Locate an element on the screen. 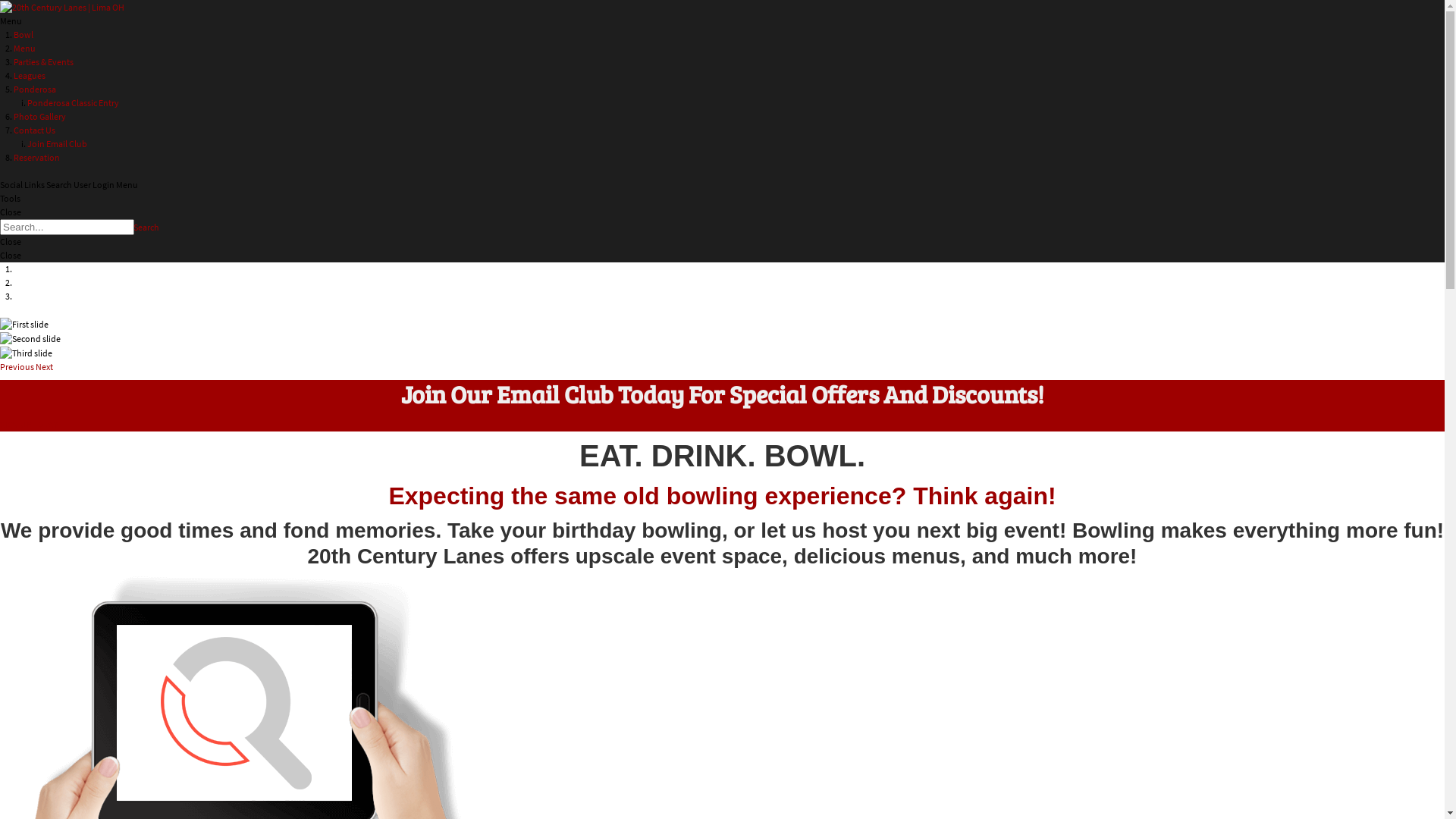 The image size is (1456, 819). 'Join Email Club' is located at coordinates (57, 143).